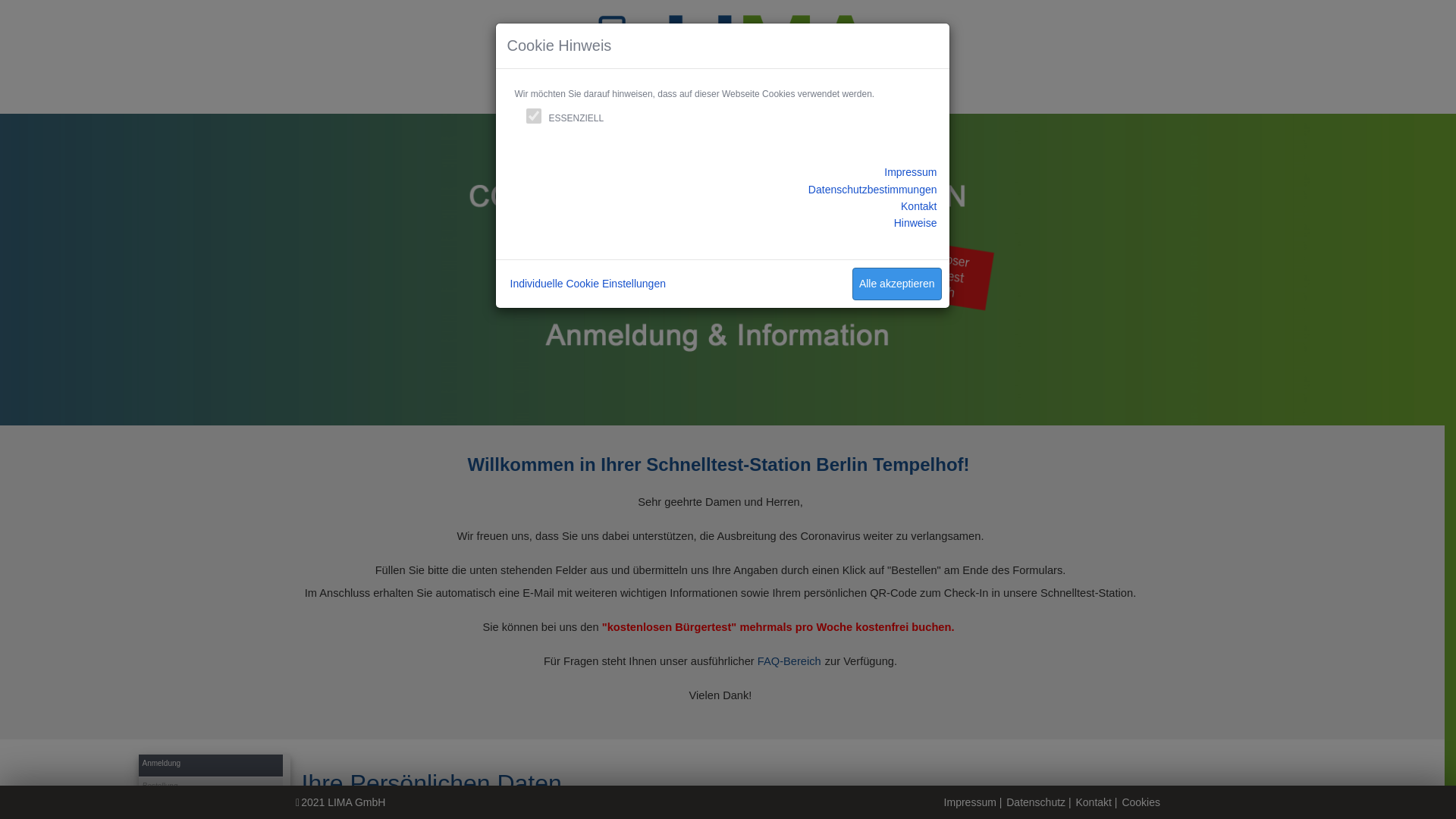  What do you see at coordinates (789, 660) in the screenshot?
I see `'FAQ-Bereich'` at bounding box center [789, 660].